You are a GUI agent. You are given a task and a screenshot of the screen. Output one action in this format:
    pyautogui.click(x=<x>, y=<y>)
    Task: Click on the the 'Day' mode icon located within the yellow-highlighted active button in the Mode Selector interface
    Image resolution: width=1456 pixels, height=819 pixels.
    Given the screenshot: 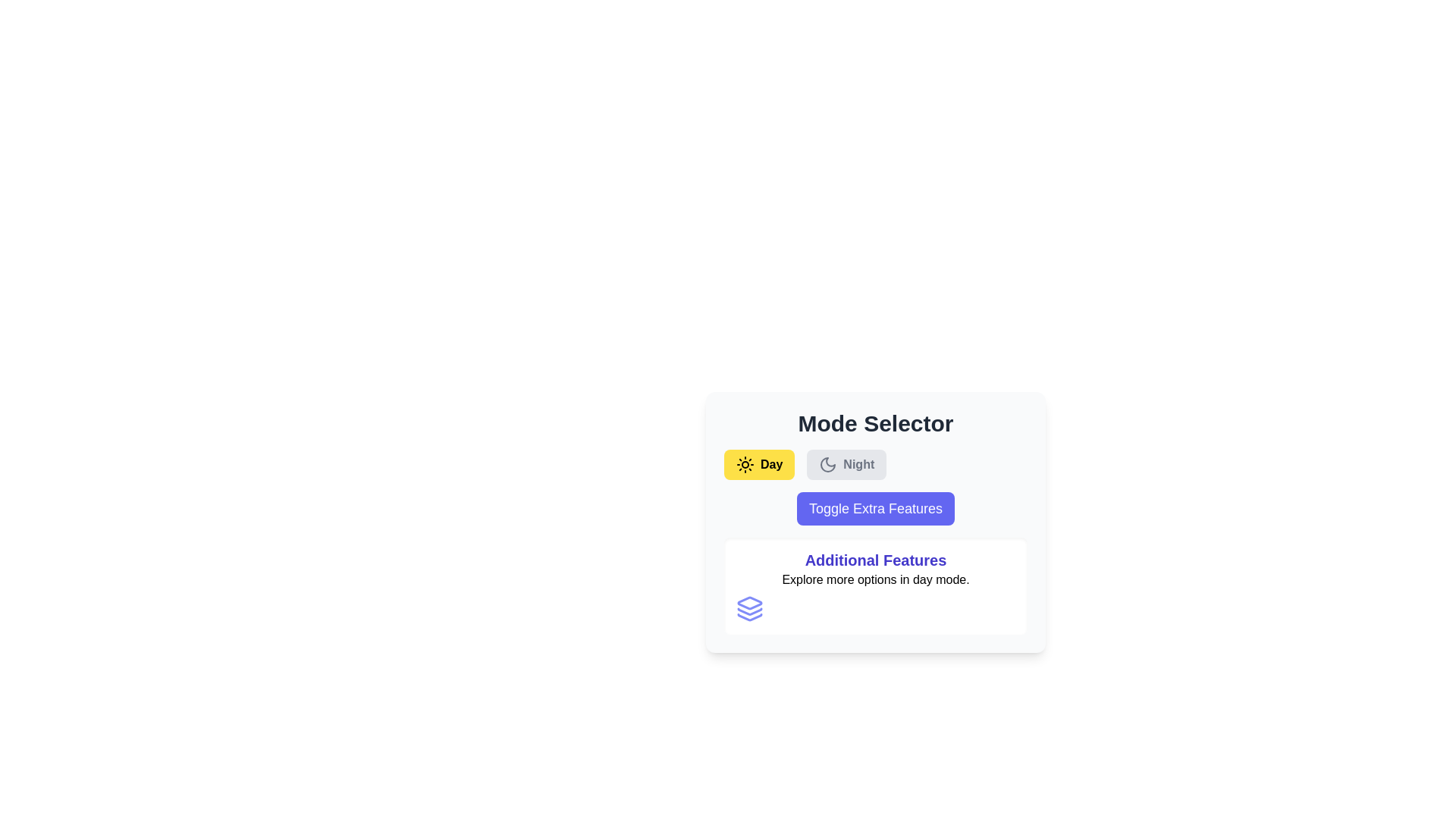 What is the action you would take?
    pyautogui.click(x=745, y=464)
    